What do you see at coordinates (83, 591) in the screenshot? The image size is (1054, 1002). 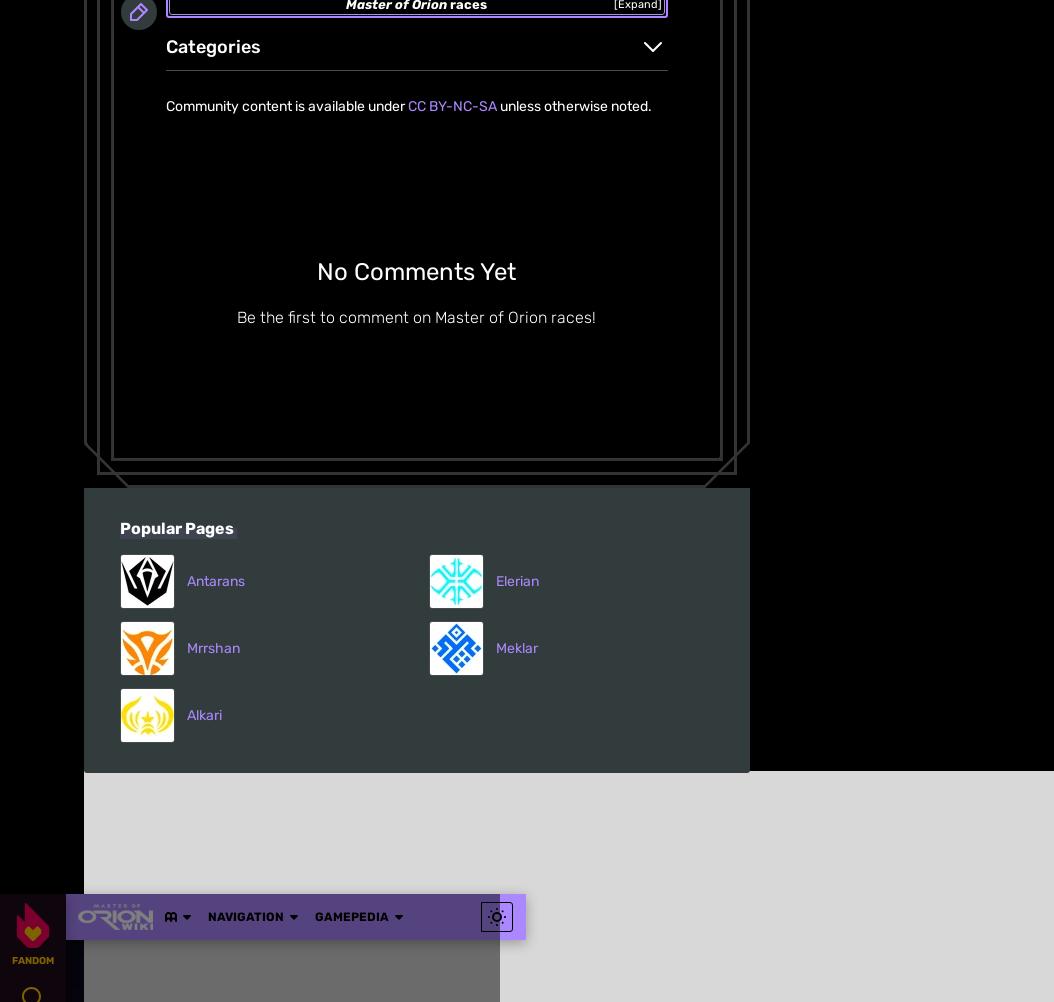 I see `'Support'` at bounding box center [83, 591].